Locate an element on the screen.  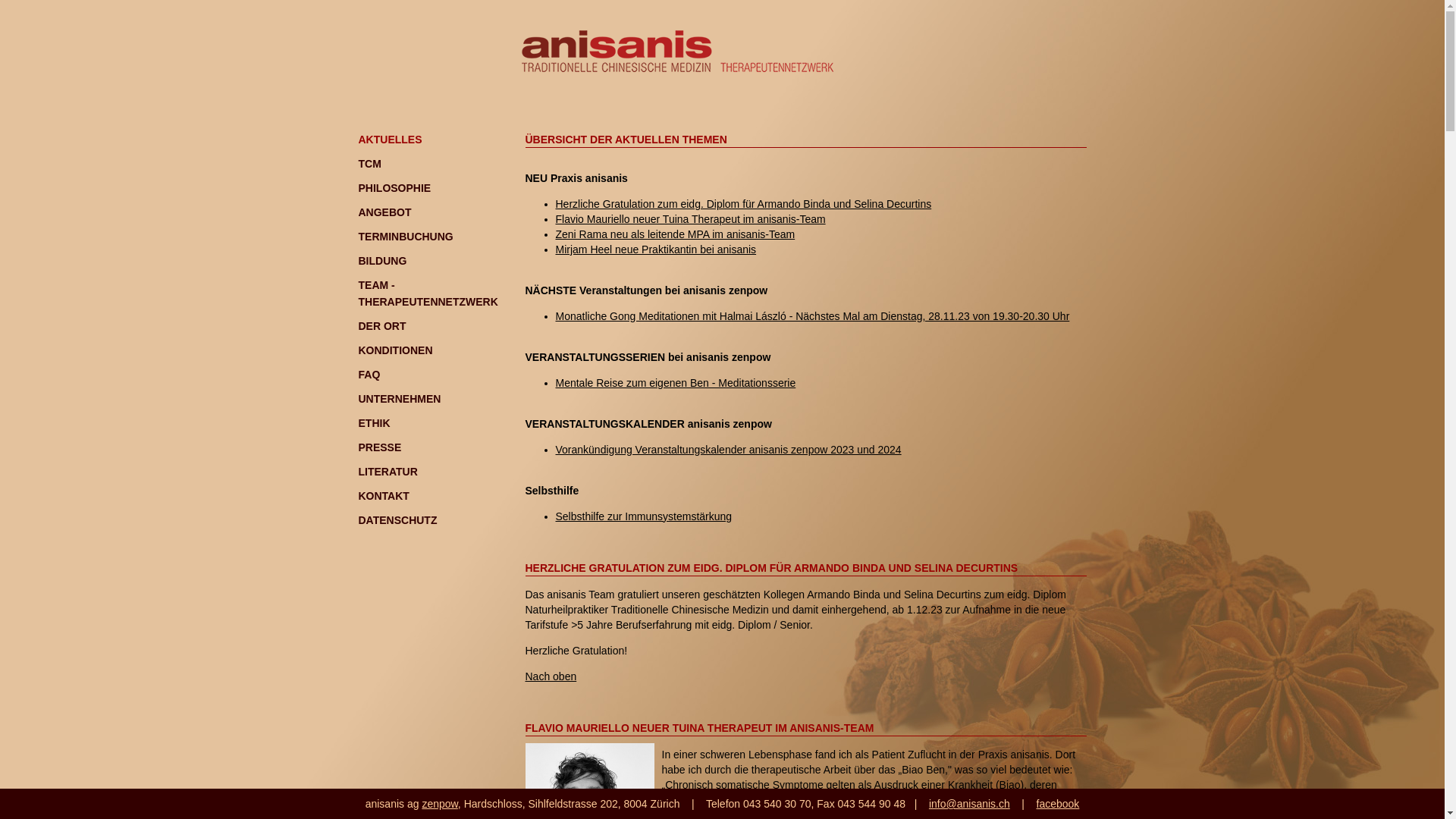
'TERMINBUCHUNG' is located at coordinates (405, 237).